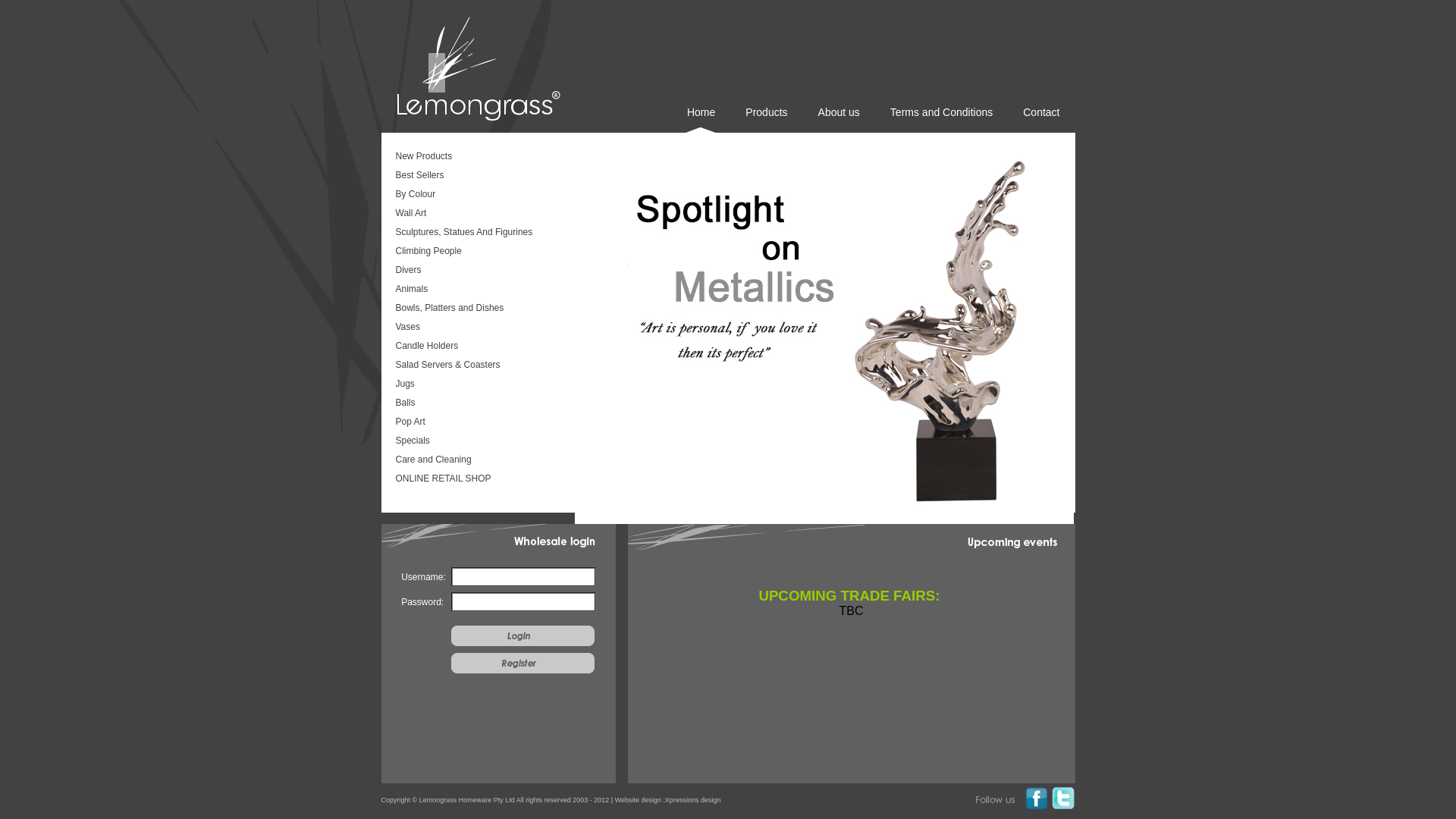  I want to click on 'Candle Holders', so click(475, 347).